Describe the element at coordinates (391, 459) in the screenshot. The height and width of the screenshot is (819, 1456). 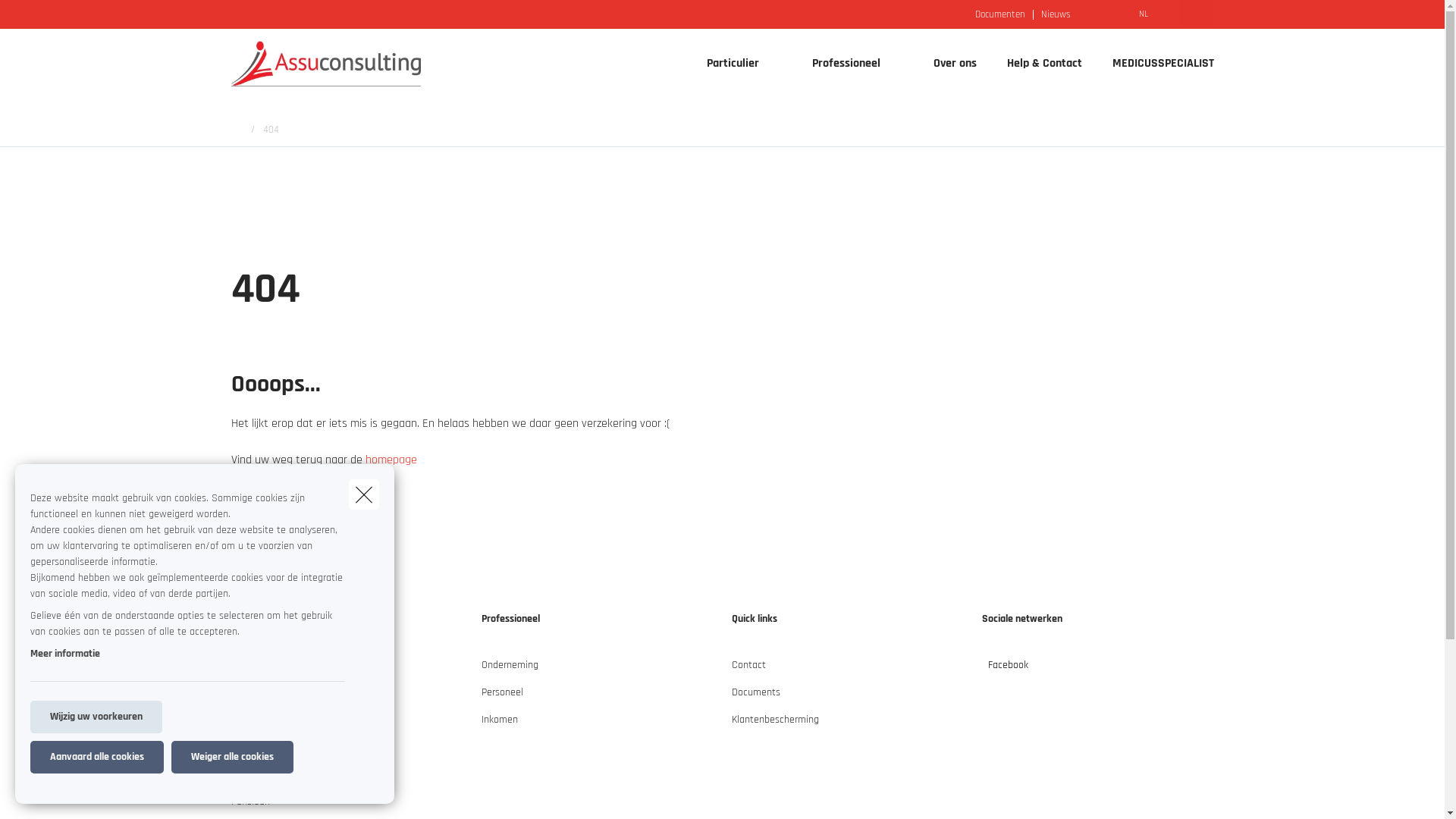
I see `'homepage'` at that location.